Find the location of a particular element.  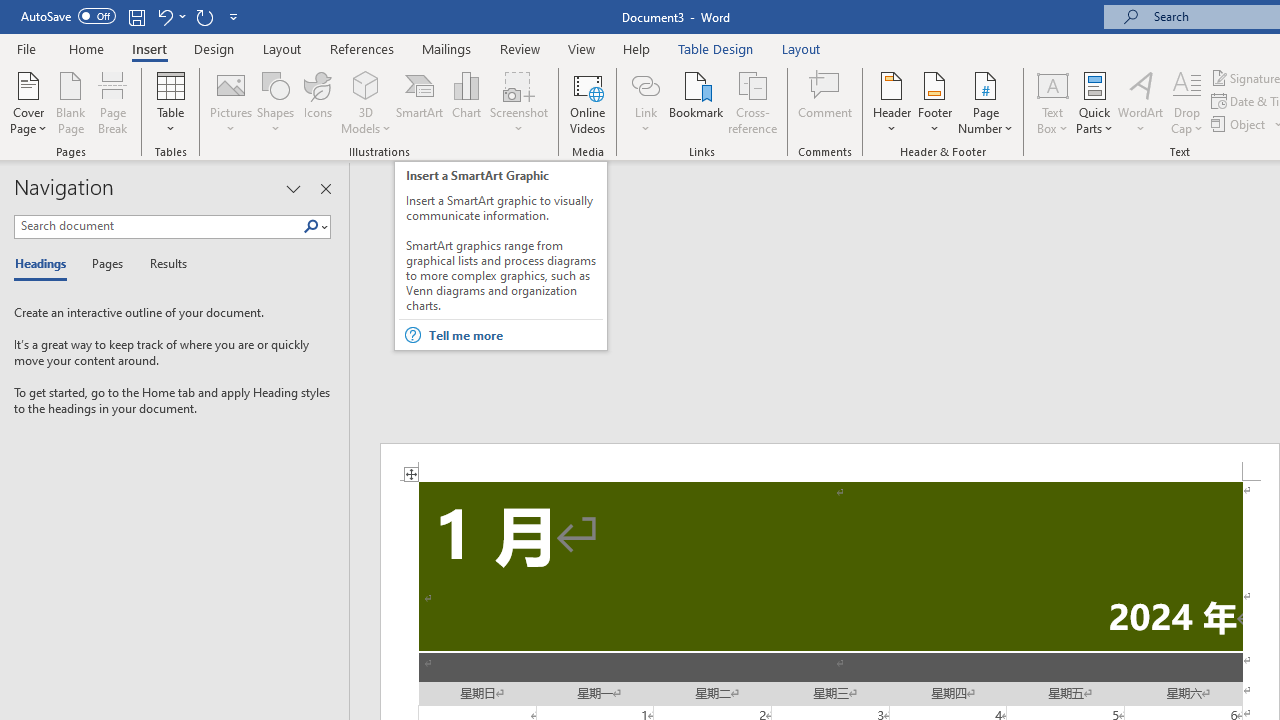

'Bookmark...' is located at coordinates (696, 103).